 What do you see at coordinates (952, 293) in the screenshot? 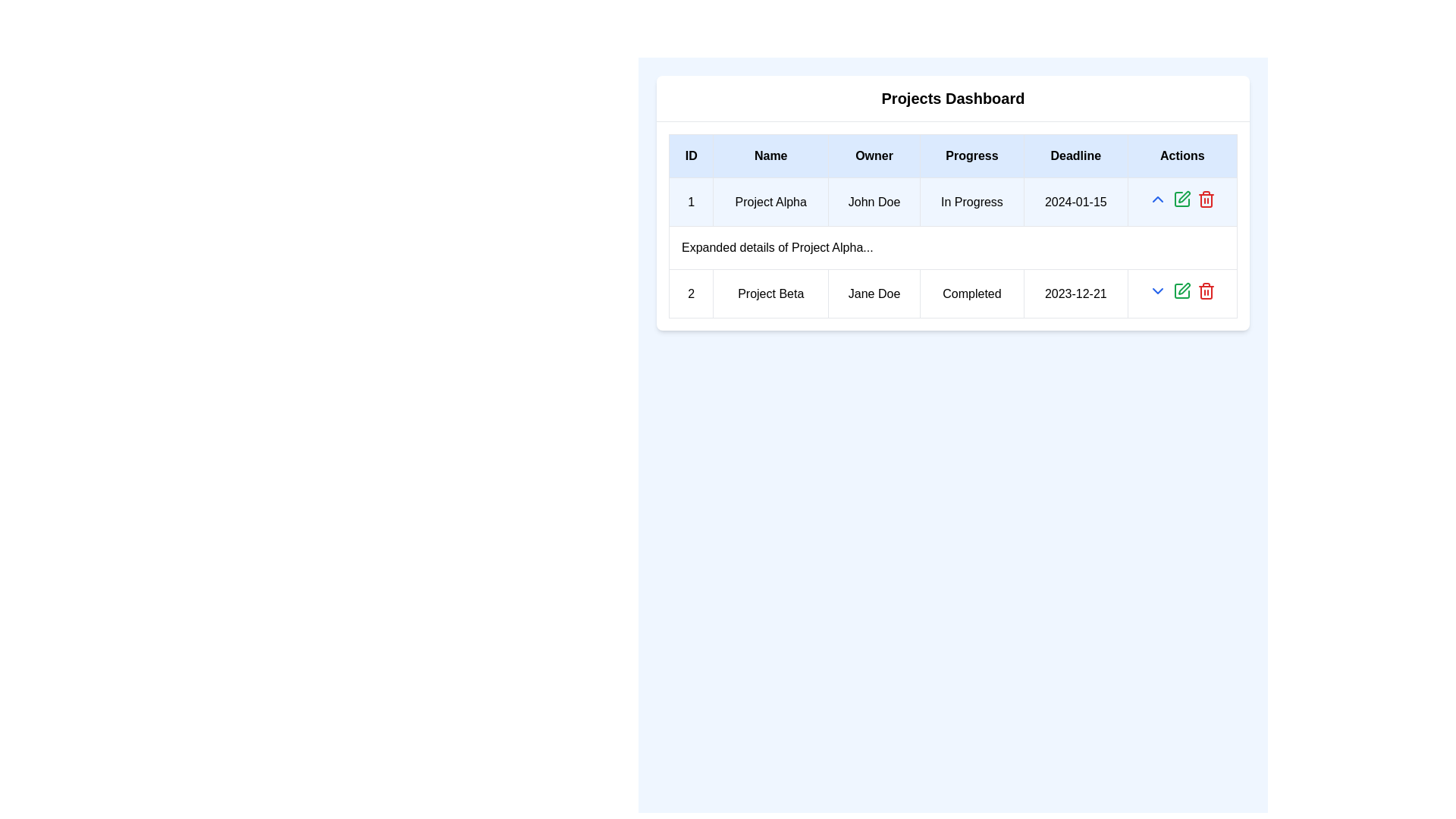
I see `the second row of the Projects Dashboard table` at bounding box center [952, 293].